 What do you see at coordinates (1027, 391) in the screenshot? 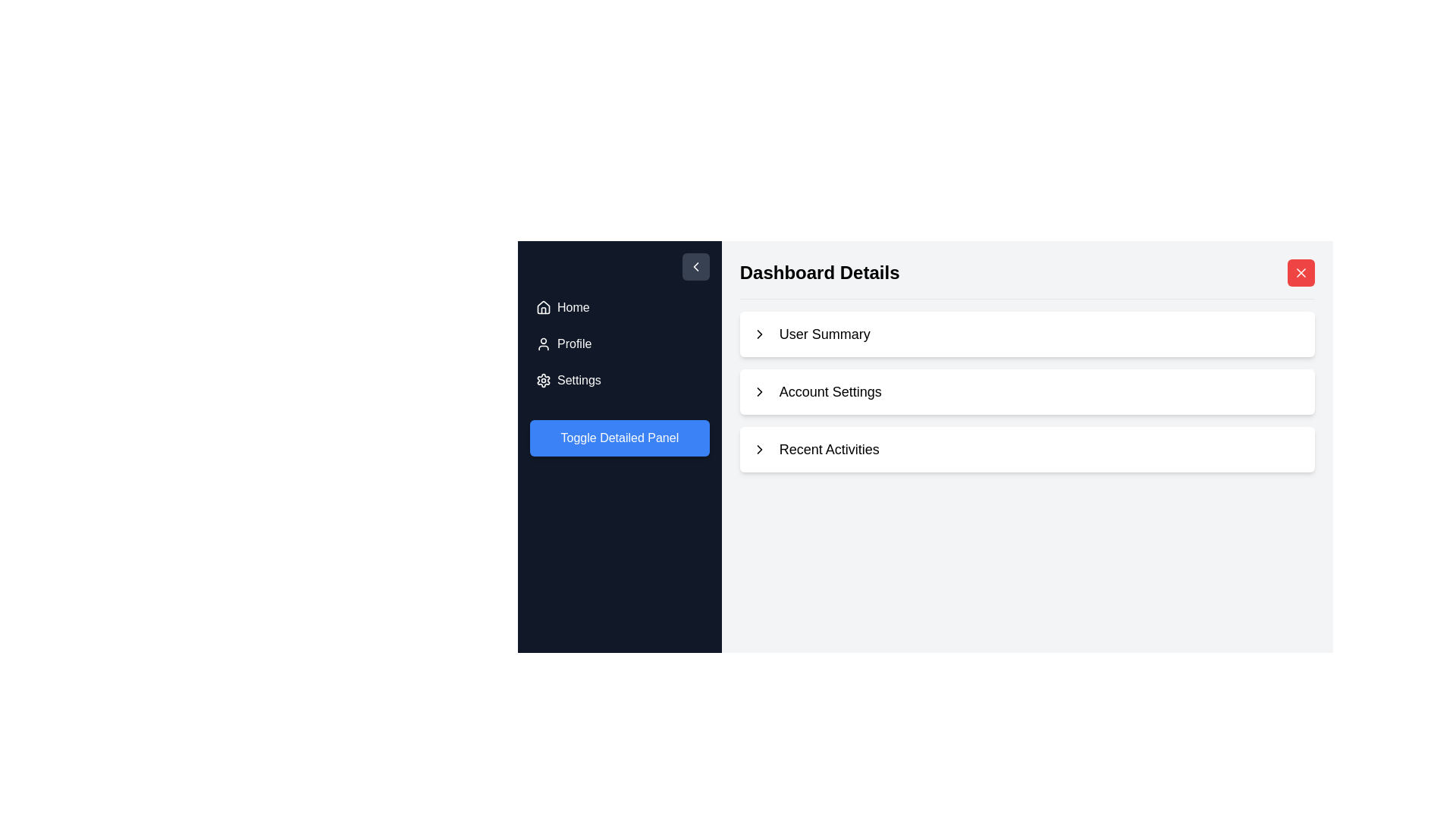
I see `the 'Account Settings' button, which is the second item in a vertically stacked list of three items` at bounding box center [1027, 391].